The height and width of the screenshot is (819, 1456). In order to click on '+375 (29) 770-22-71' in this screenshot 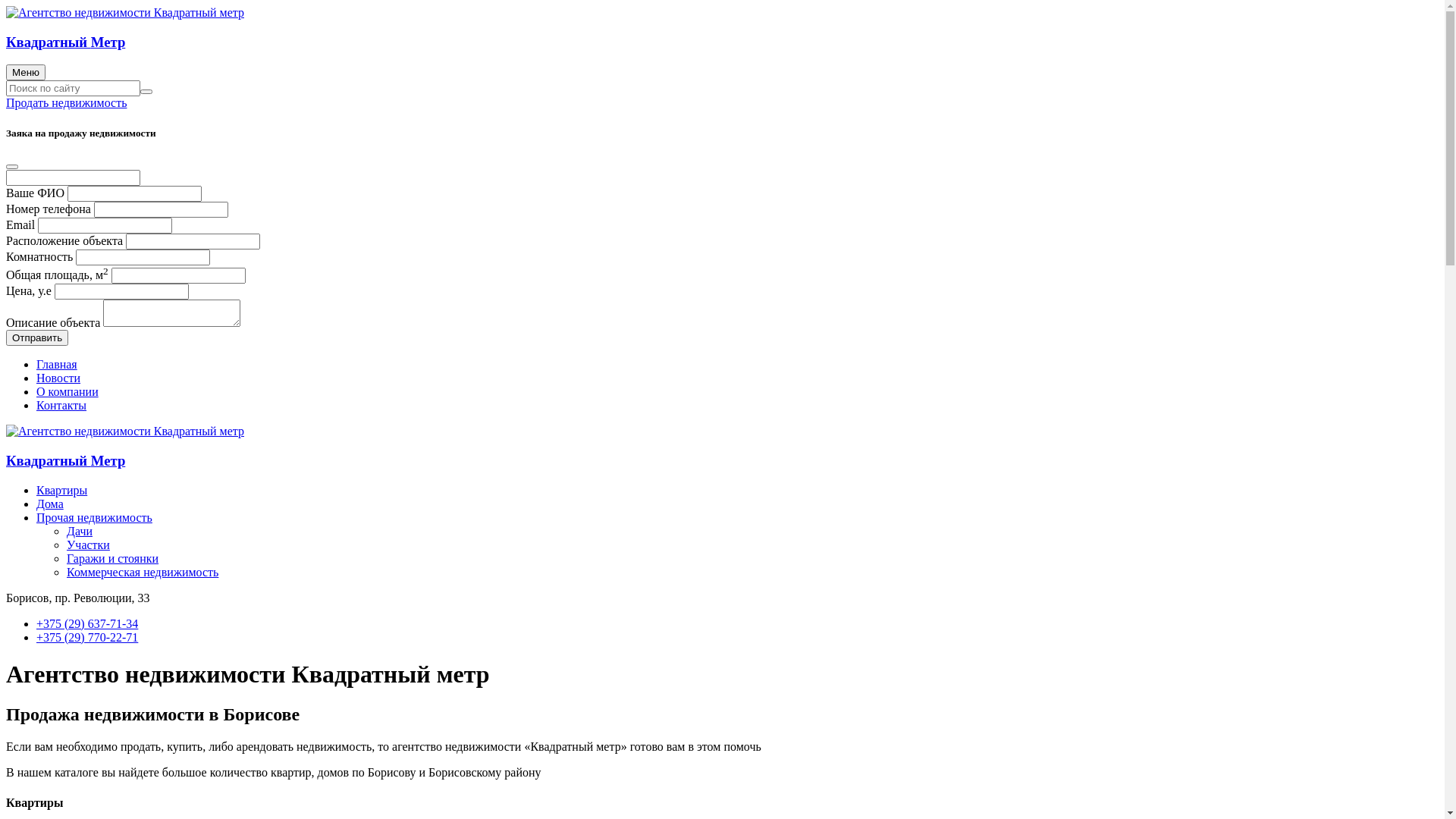, I will do `click(86, 637)`.